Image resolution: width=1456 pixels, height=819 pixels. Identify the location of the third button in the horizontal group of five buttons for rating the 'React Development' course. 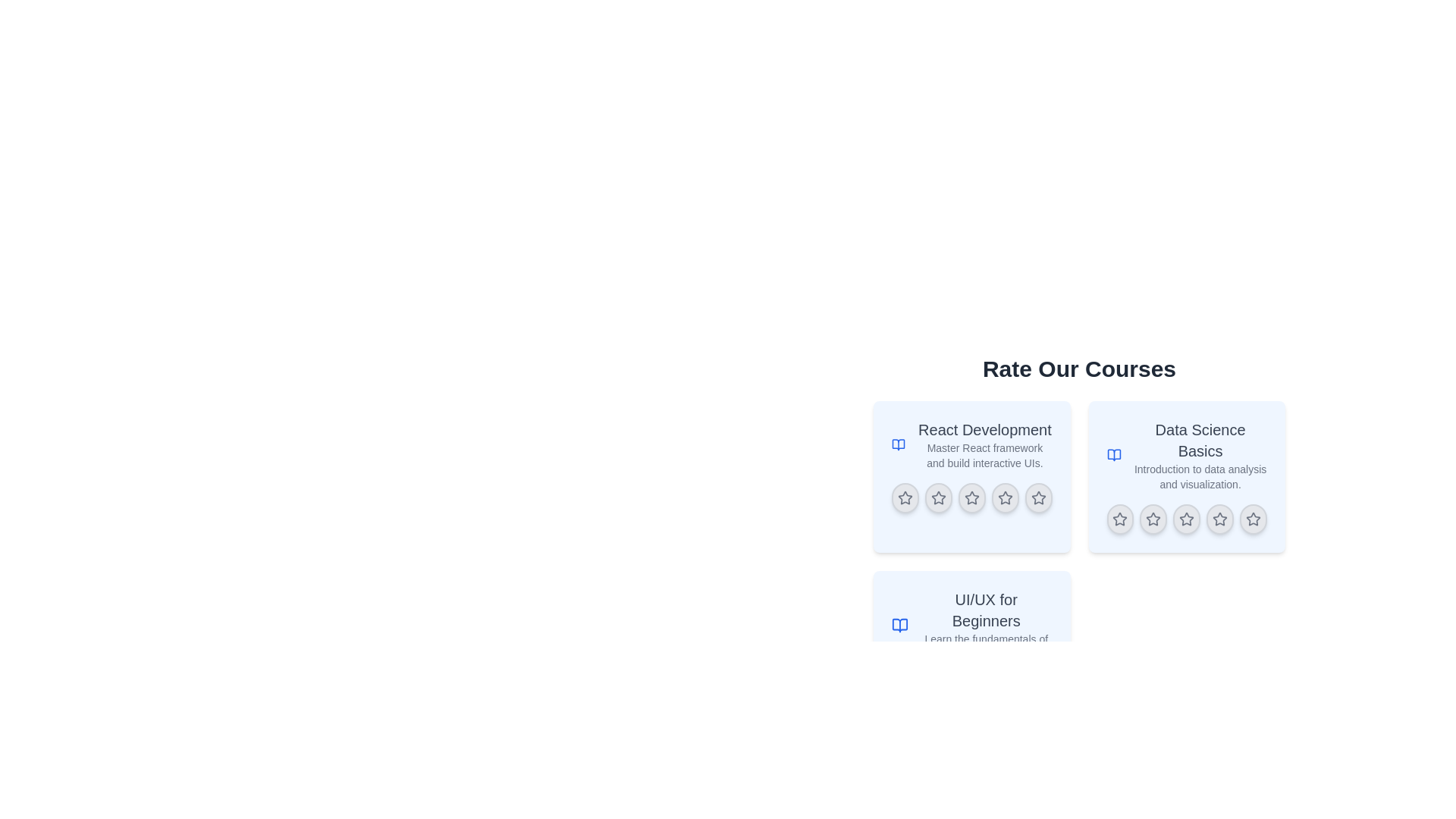
(971, 497).